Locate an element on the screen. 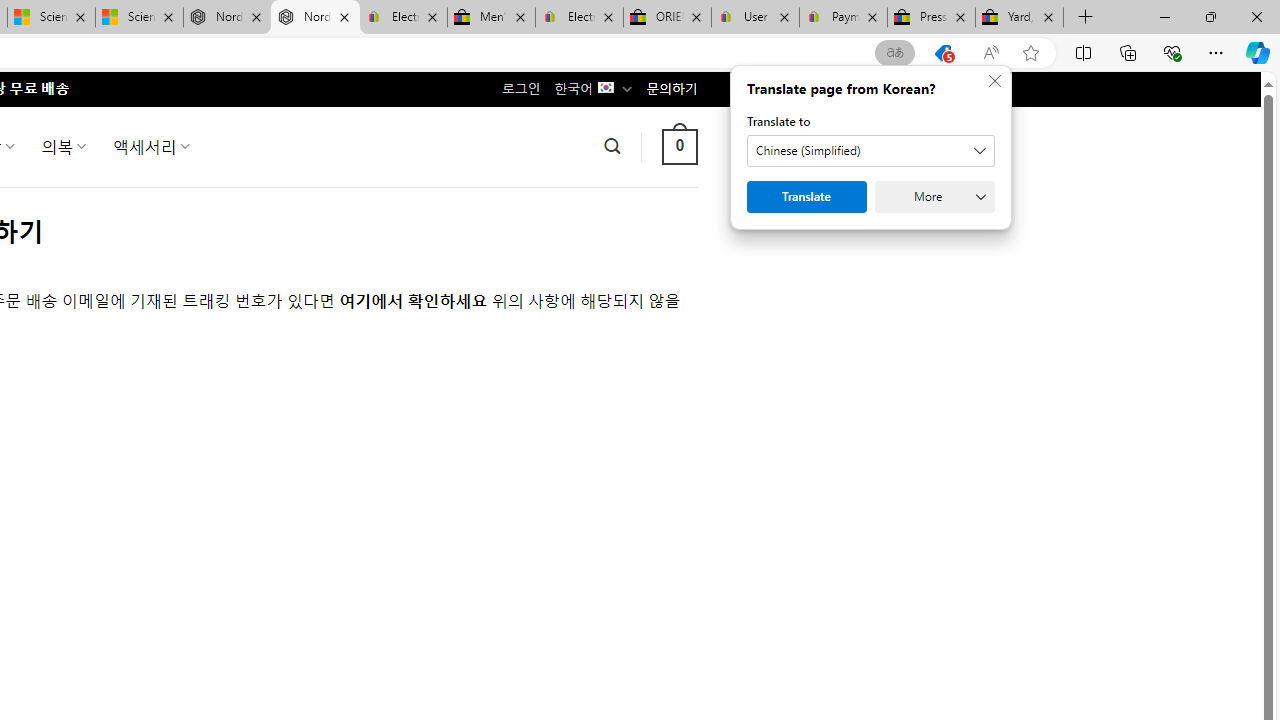 Image resolution: width=1280 pixels, height=720 pixels. 'This site has coupons! Shopping in Microsoft Edge, 5' is located at coordinates (942, 52).